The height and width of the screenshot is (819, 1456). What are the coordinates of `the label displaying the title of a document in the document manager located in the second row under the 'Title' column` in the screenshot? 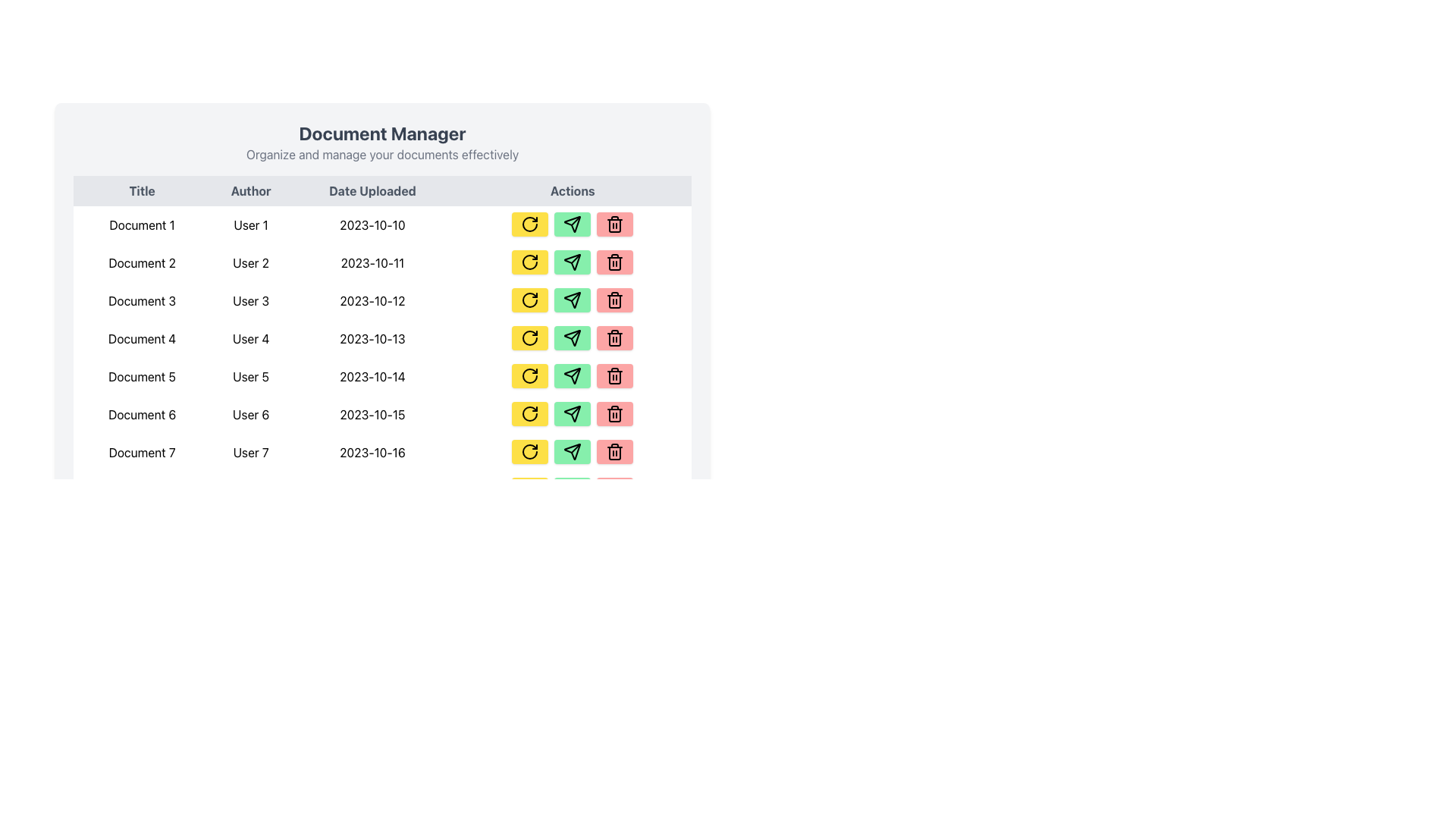 It's located at (142, 262).